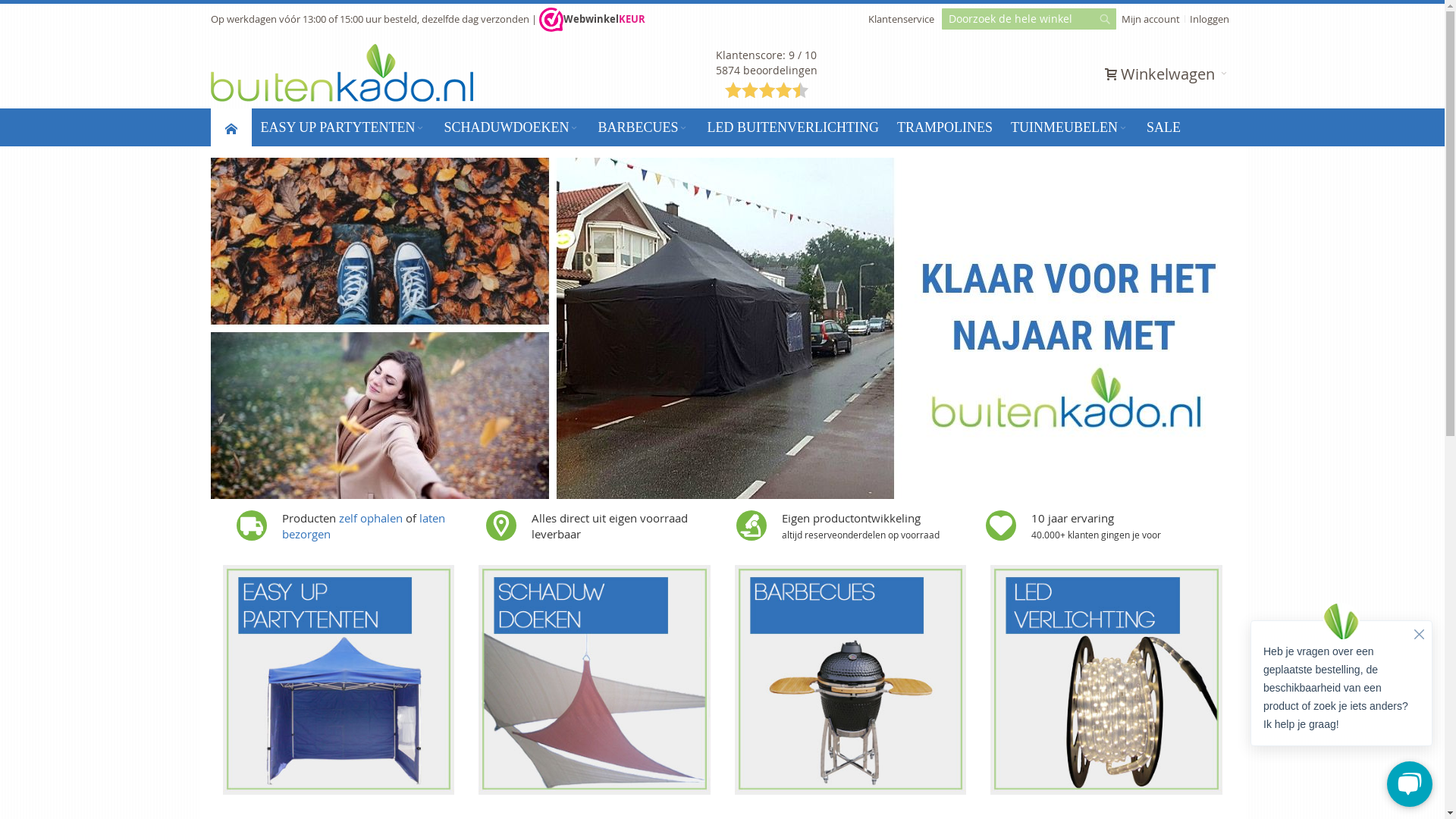 The width and height of the screenshot is (1456, 819). I want to click on 'WebwinkelKEUR', so click(590, 18).